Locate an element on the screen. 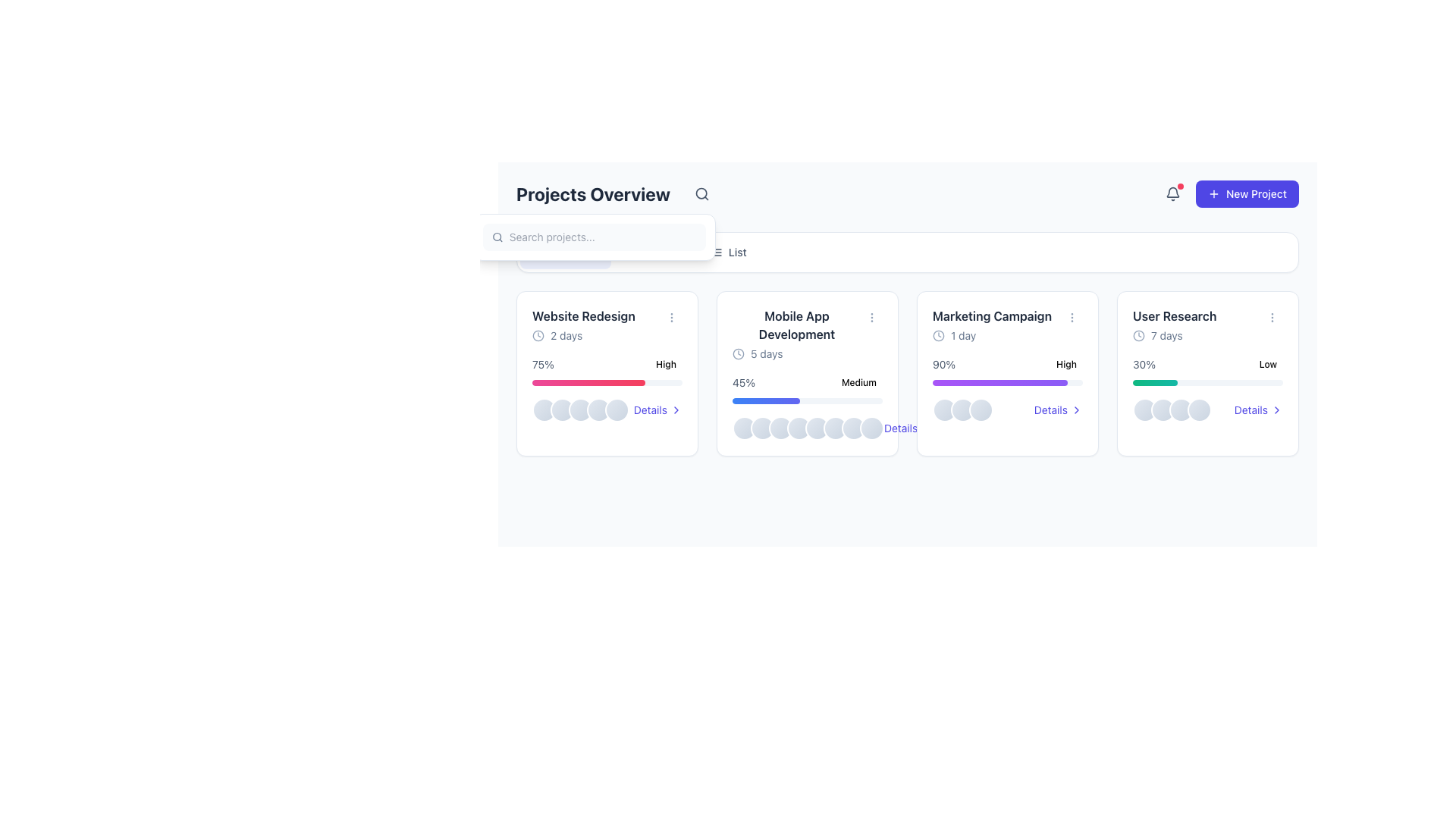 The width and height of the screenshot is (1456, 819). the progress bar indicating '45%' completion and 'Medium' priority is located at coordinates (807, 388).